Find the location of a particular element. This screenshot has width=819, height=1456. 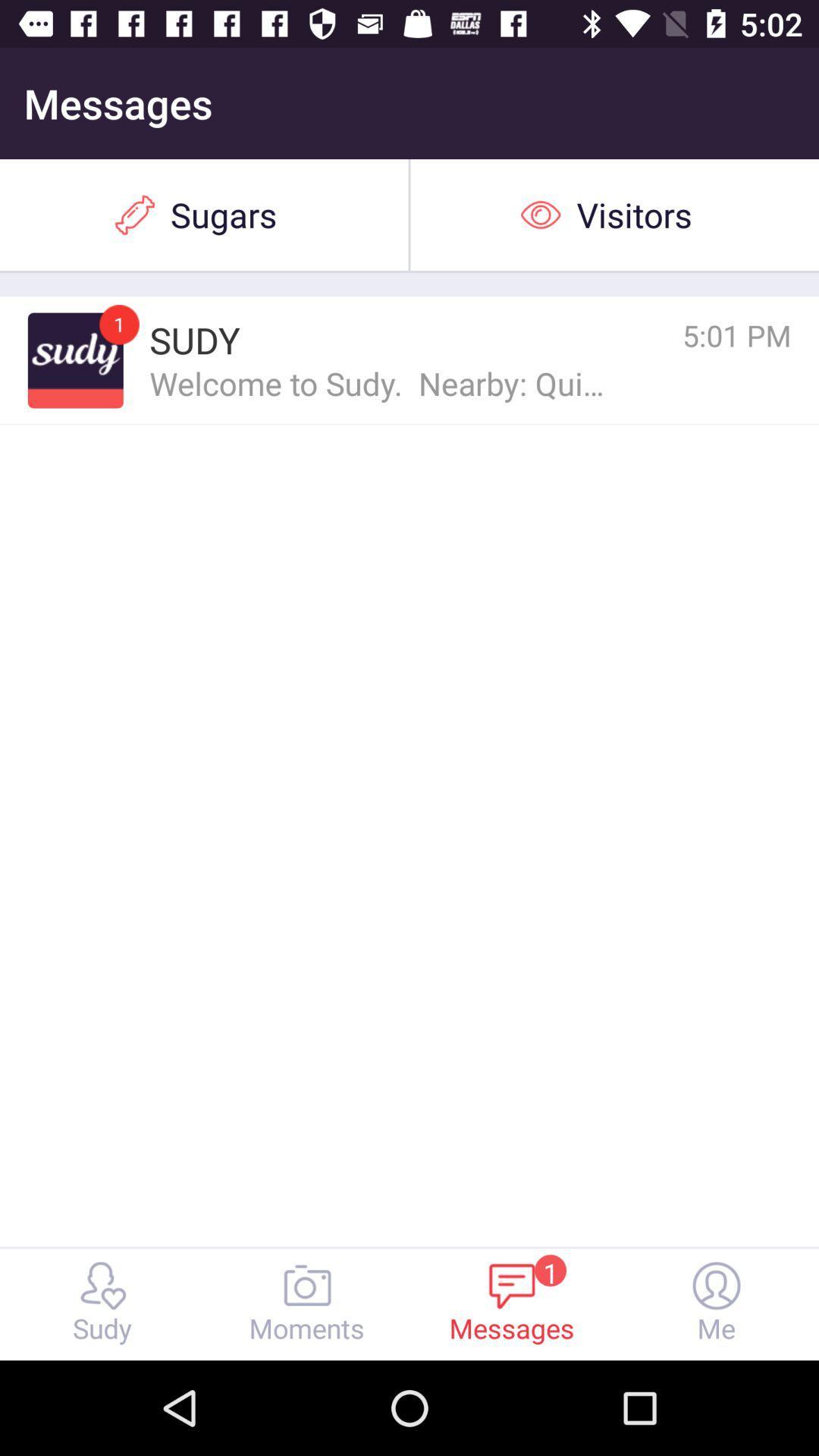

icon to the left of sudy icon is located at coordinates (75, 359).